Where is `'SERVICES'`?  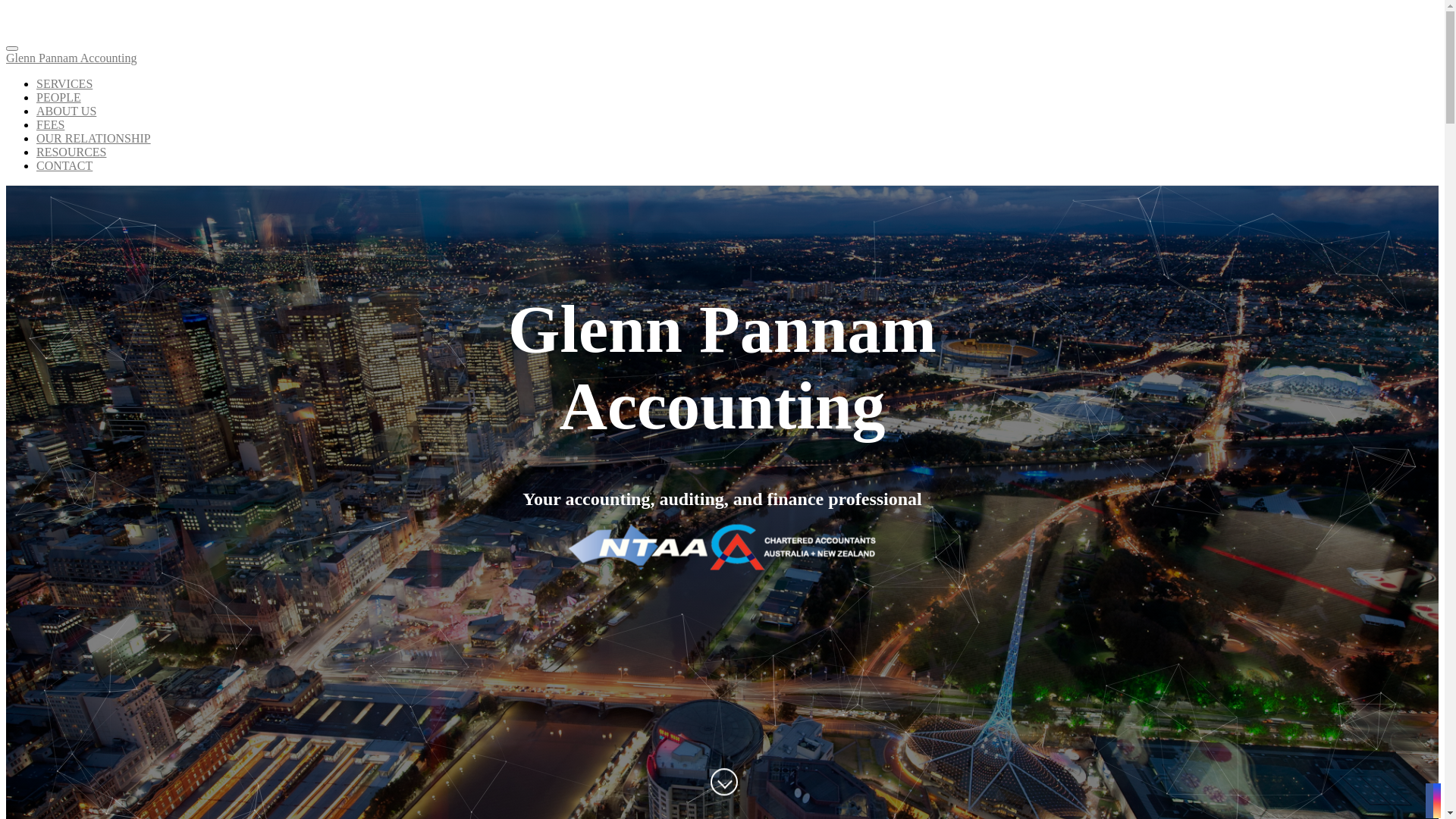 'SERVICES' is located at coordinates (64, 83).